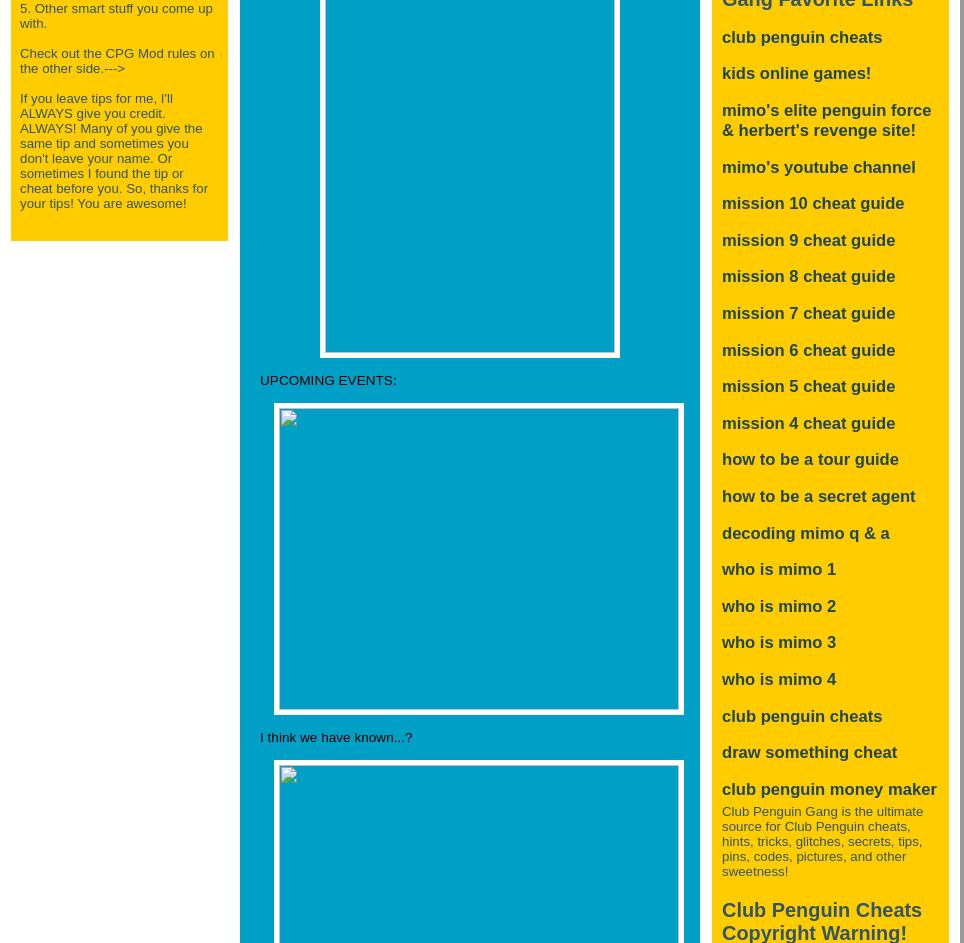 The width and height of the screenshot is (964, 943). What do you see at coordinates (807, 349) in the screenshot?
I see `'Mission 6 CHEAT GUIDE'` at bounding box center [807, 349].